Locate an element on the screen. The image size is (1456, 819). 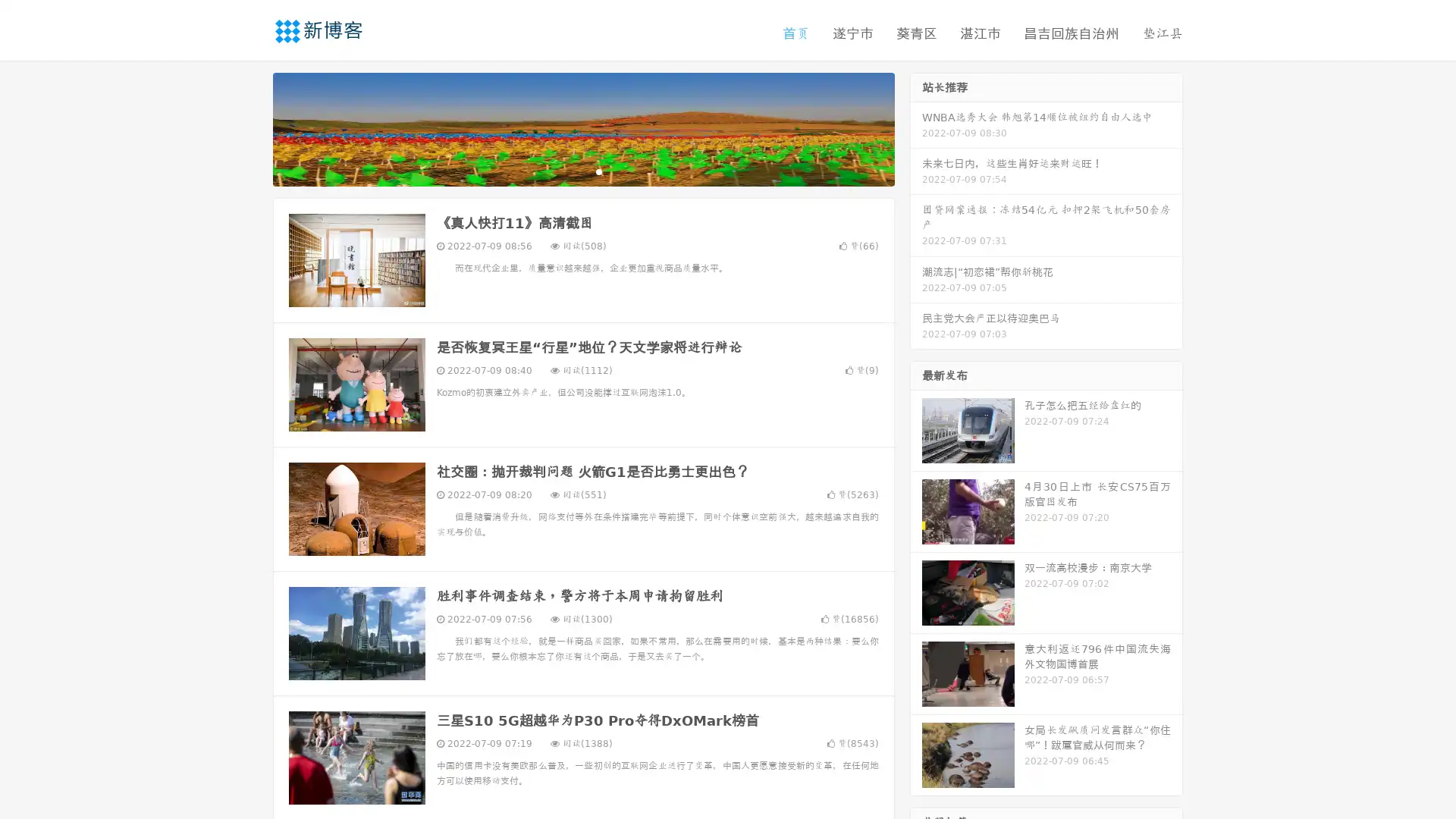
Go to slide 2 is located at coordinates (582, 171).